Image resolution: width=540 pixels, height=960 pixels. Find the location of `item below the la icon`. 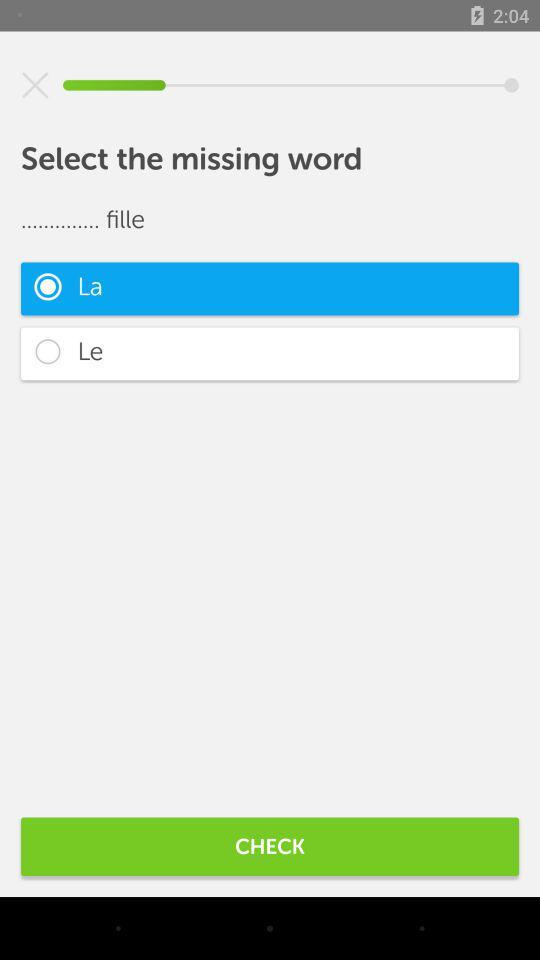

item below the la icon is located at coordinates (270, 353).